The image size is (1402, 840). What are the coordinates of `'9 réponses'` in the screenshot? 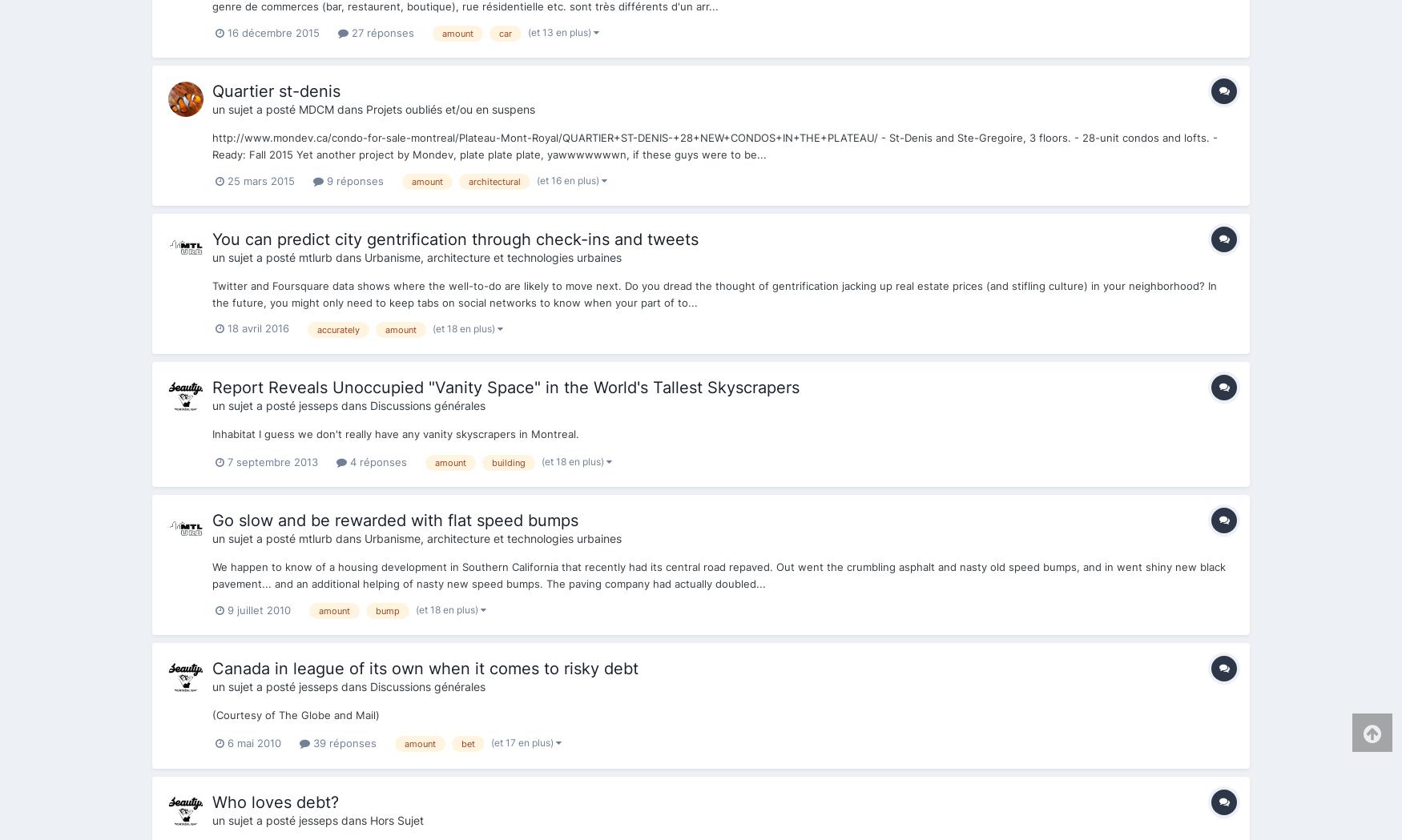 It's located at (353, 180).